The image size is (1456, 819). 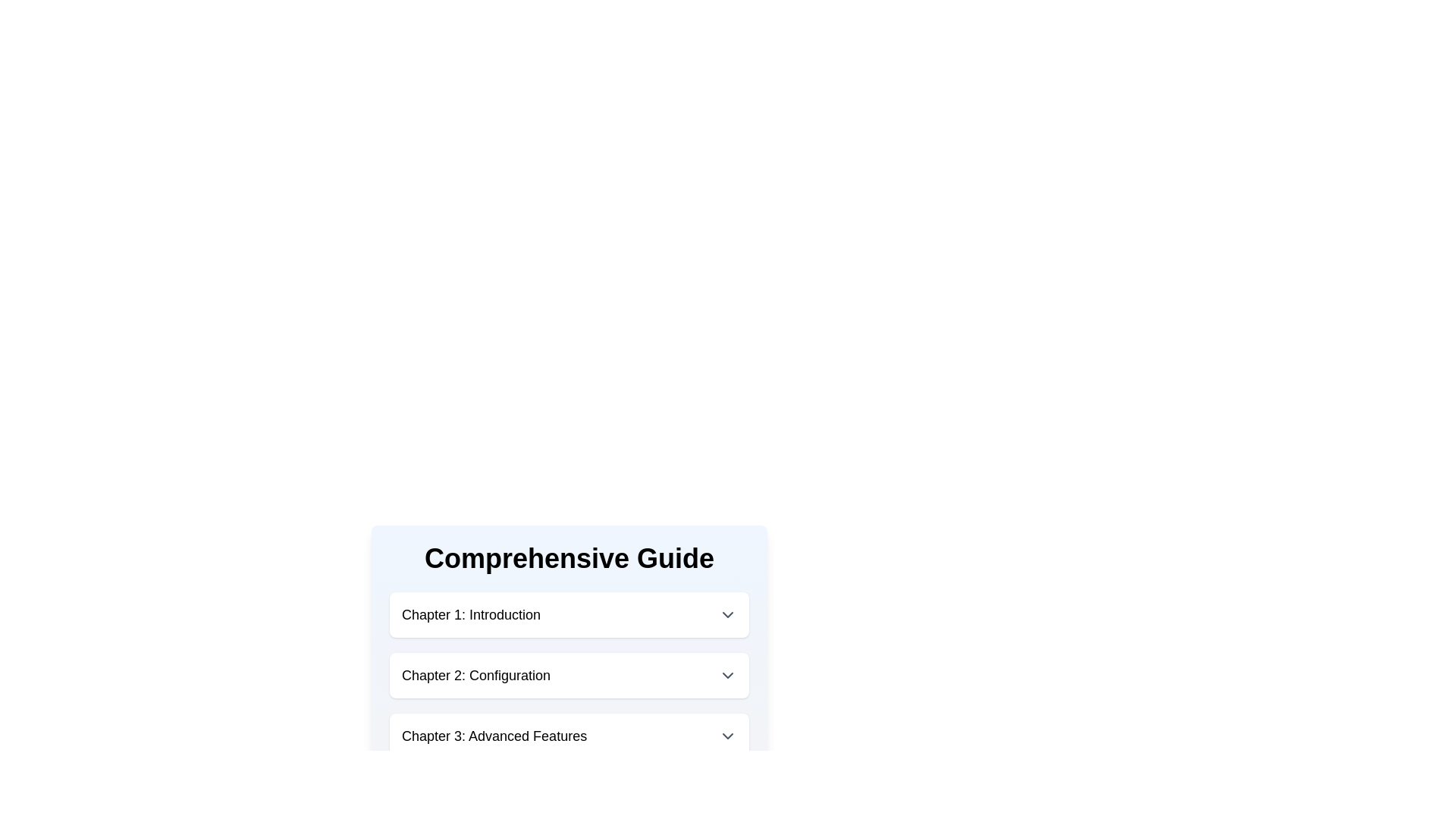 I want to click on the Collapsible List Item Header labeled 'Chapter 3: Advanced Features' for navigation actions, so click(x=568, y=736).